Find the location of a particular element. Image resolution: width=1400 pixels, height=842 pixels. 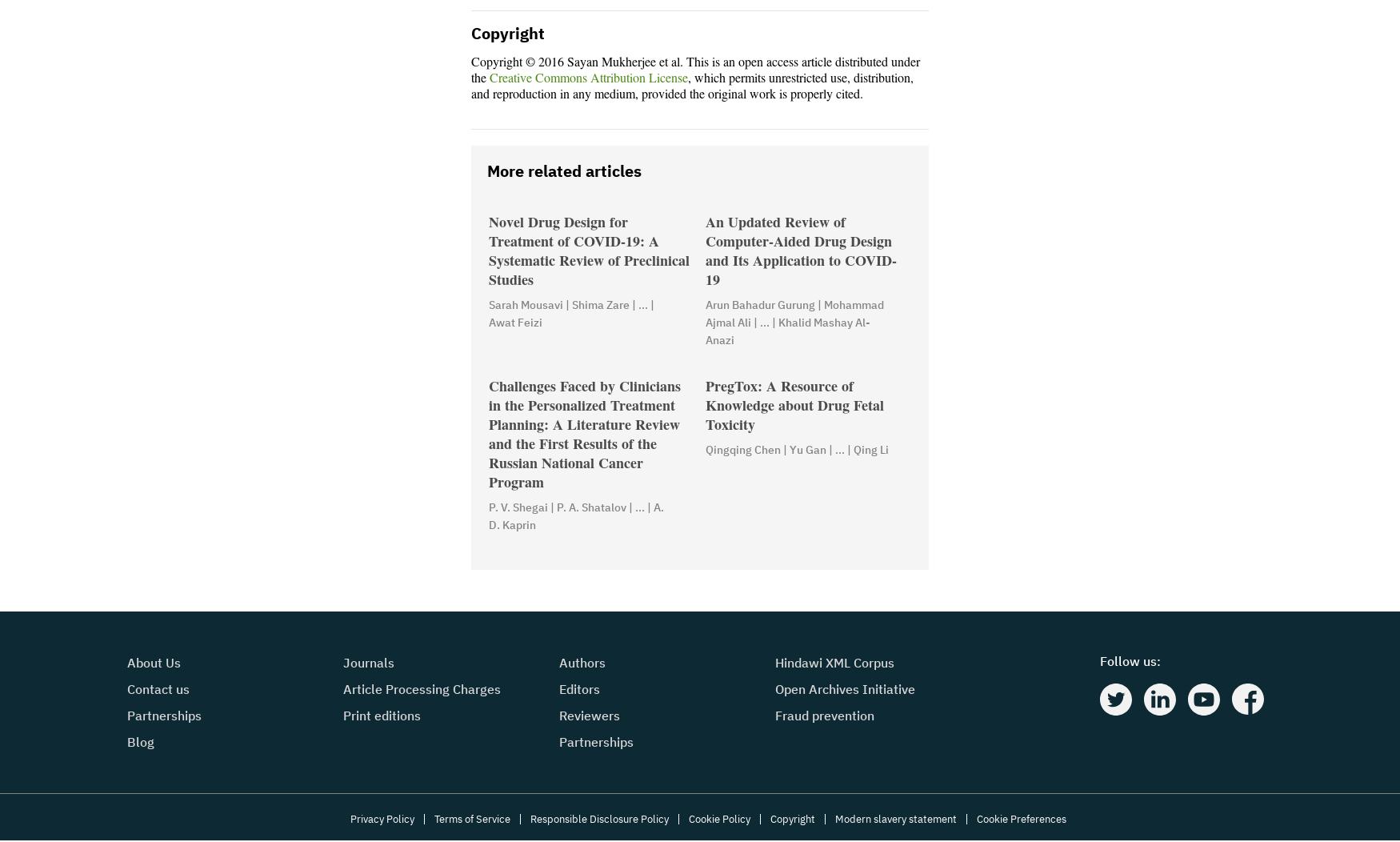

'Cookie Preferences' is located at coordinates (1019, 819).